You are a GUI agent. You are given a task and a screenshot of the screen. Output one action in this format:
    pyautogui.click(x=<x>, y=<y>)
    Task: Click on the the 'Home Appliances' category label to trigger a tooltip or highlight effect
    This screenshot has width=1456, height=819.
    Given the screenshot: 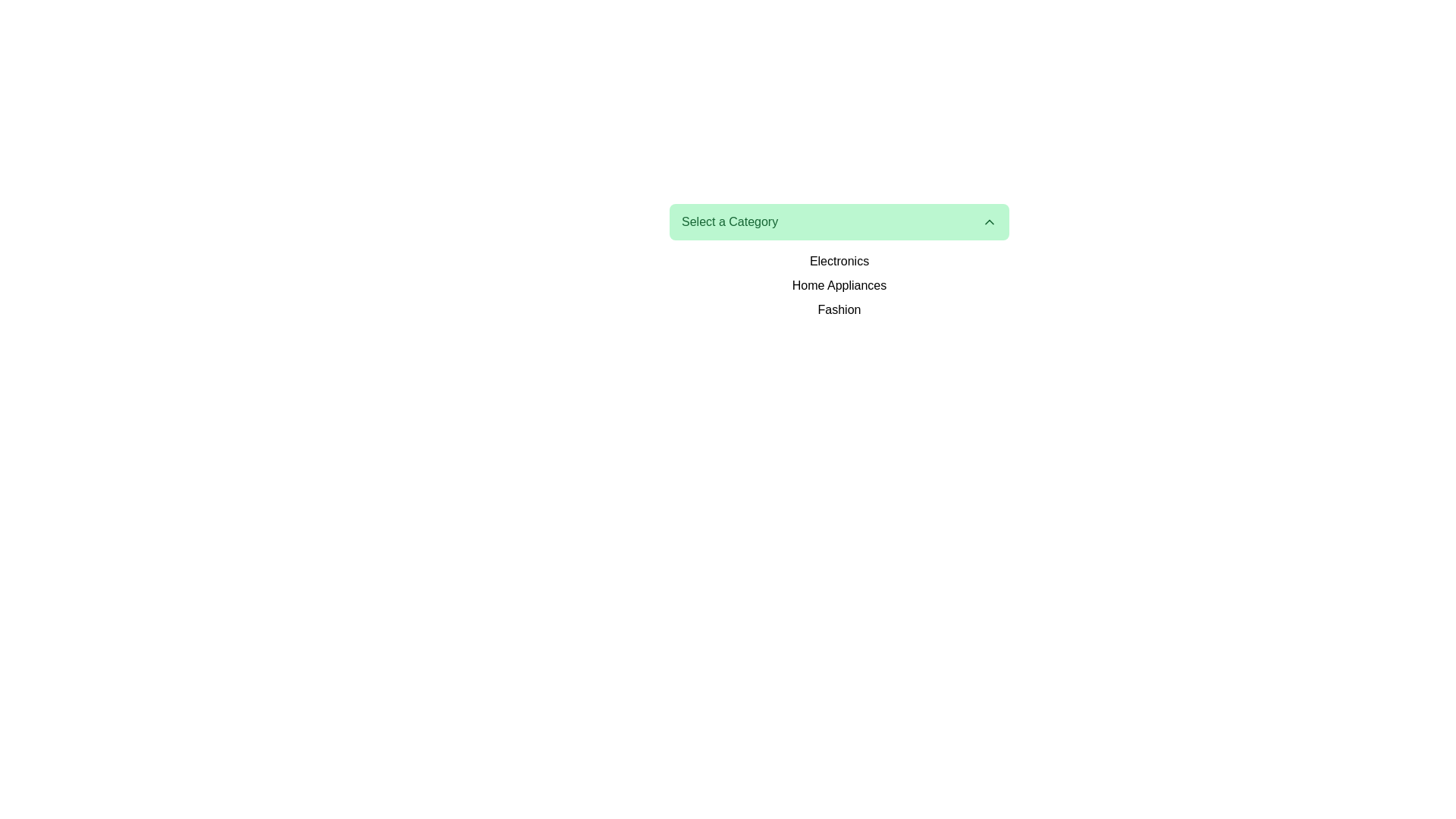 What is the action you would take?
    pyautogui.click(x=839, y=286)
    